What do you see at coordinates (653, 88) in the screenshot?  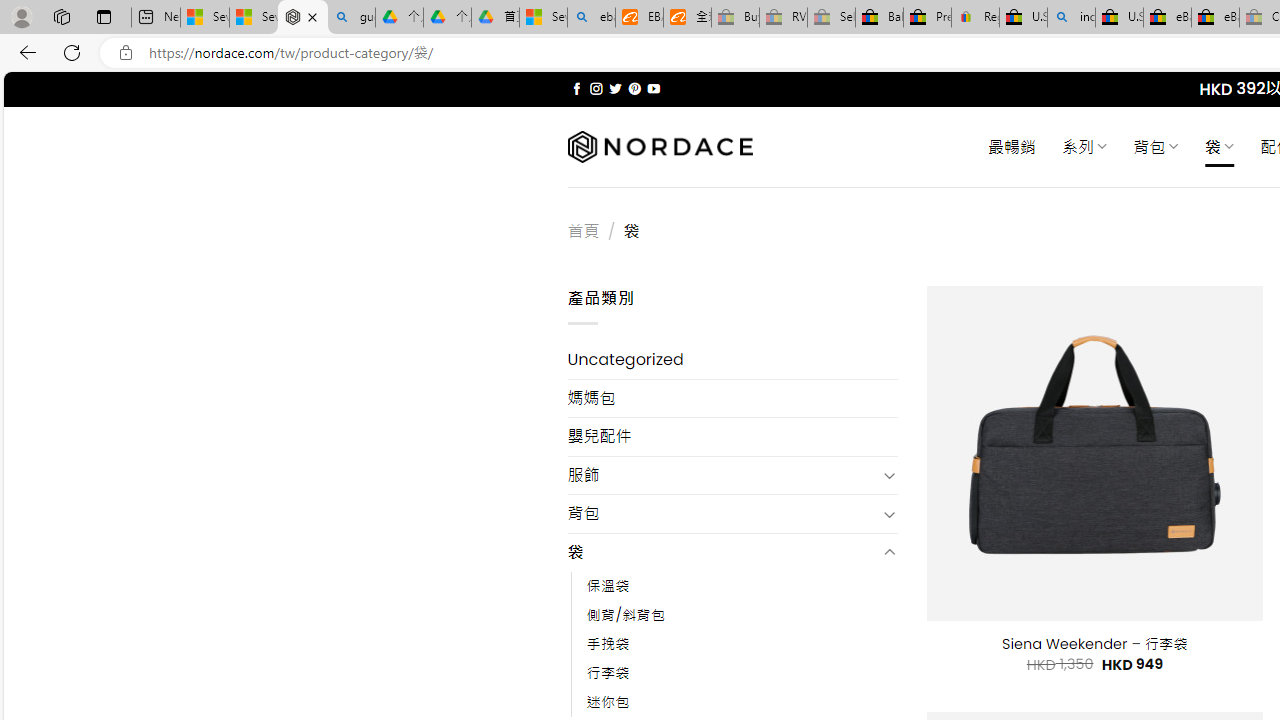 I see `'Follow on YouTube'` at bounding box center [653, 88].